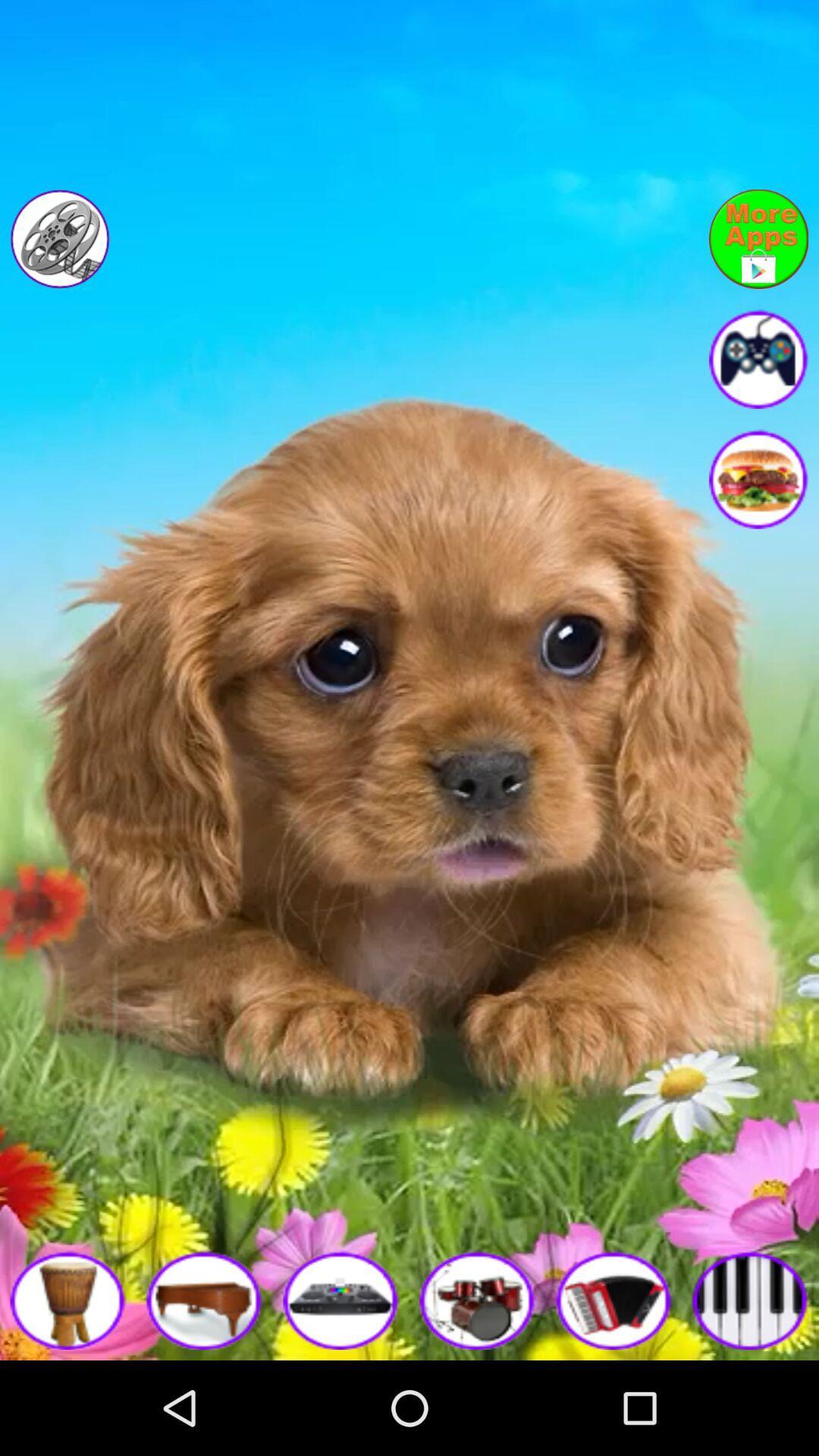  I want to click on video player, so click(59, 238).